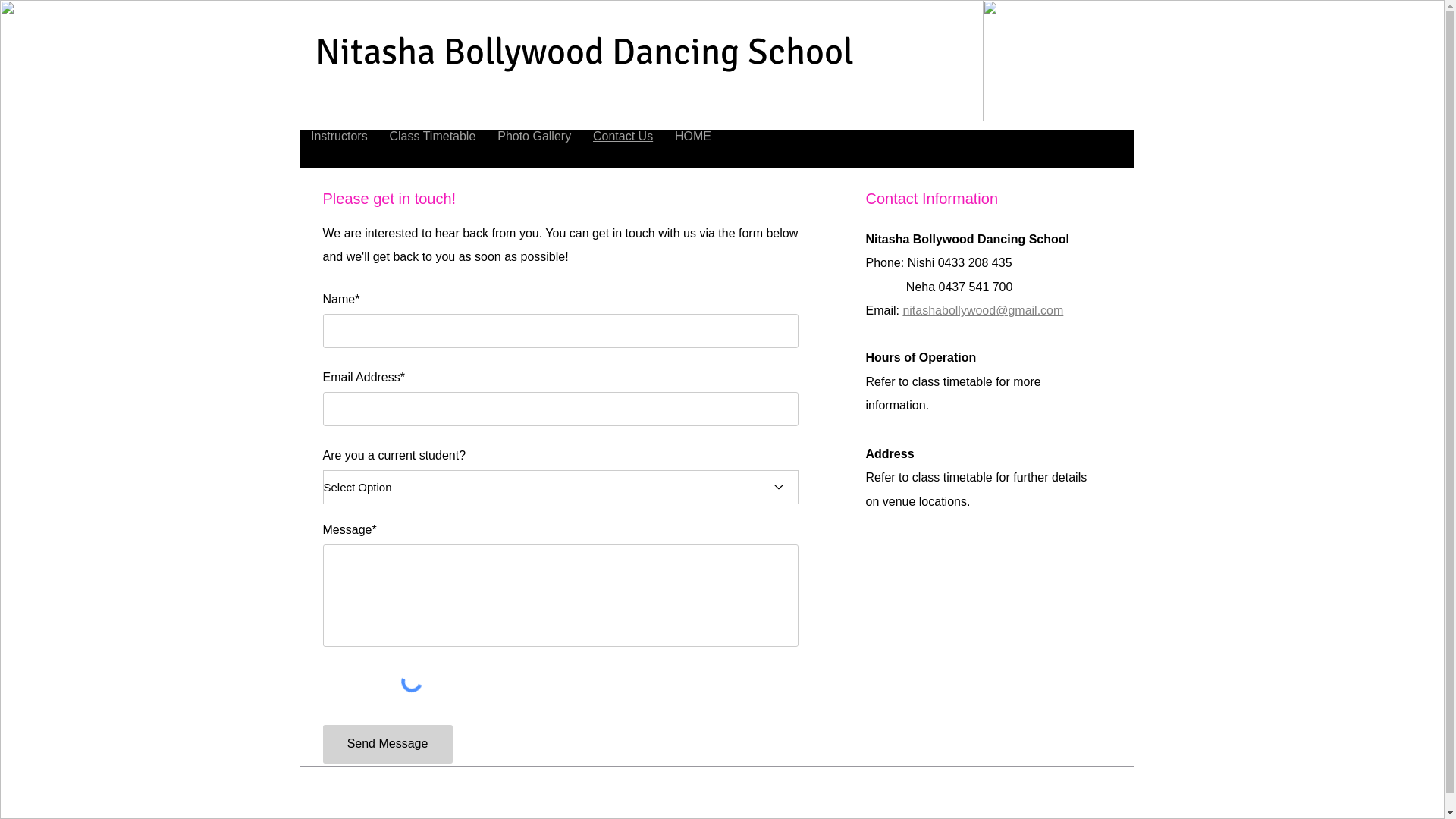 Image resolution: width=1456 pixels, height=819 pixels. I want to click on 'Class Timetable', so click(378, 136).